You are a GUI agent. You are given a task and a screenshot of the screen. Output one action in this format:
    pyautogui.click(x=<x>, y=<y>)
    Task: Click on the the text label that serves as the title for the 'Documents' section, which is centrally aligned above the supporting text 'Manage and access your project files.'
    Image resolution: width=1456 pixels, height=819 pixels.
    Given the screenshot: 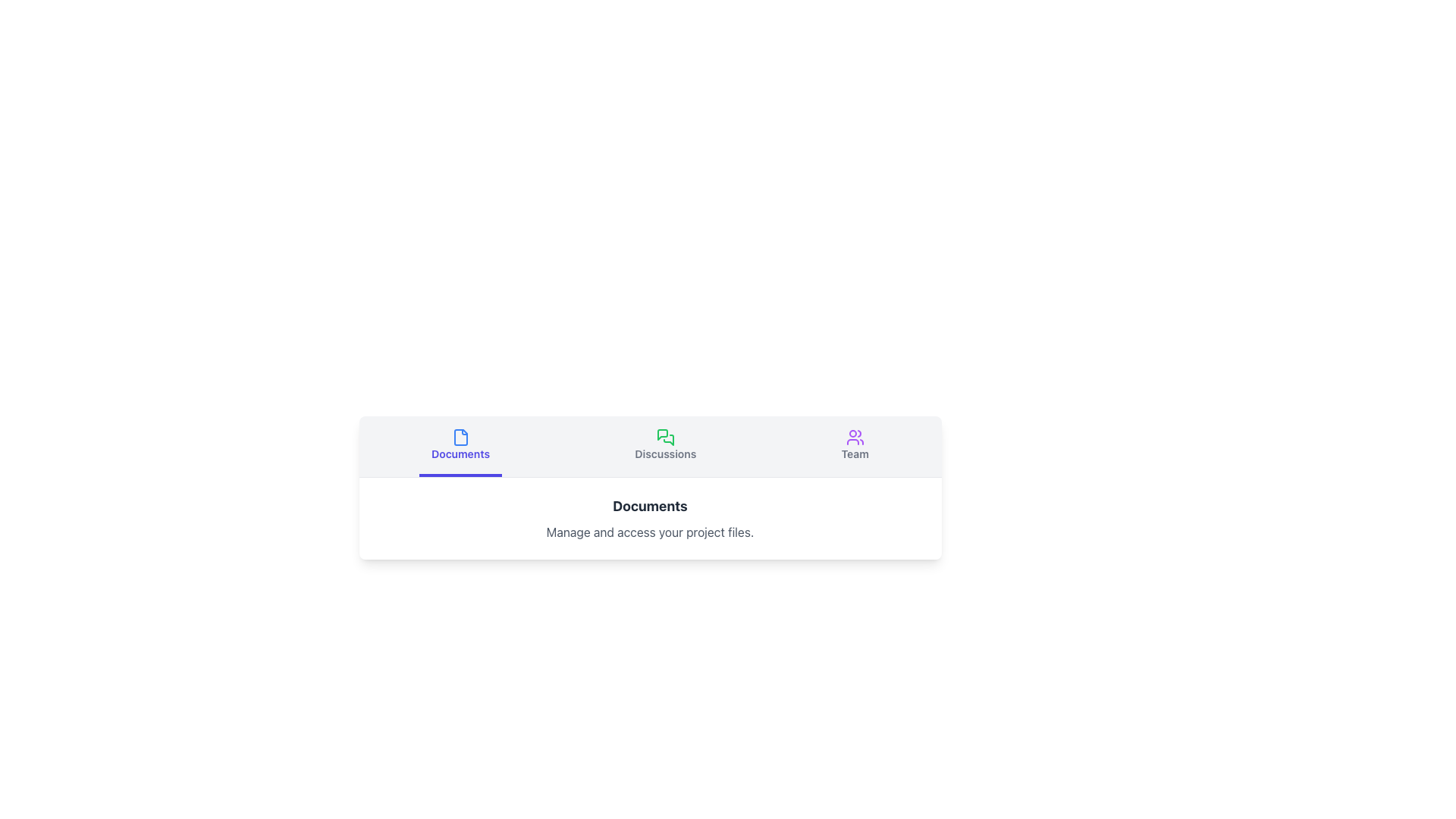 What is the action you would take?
    pyautogui.click(x=650, y=506)
    